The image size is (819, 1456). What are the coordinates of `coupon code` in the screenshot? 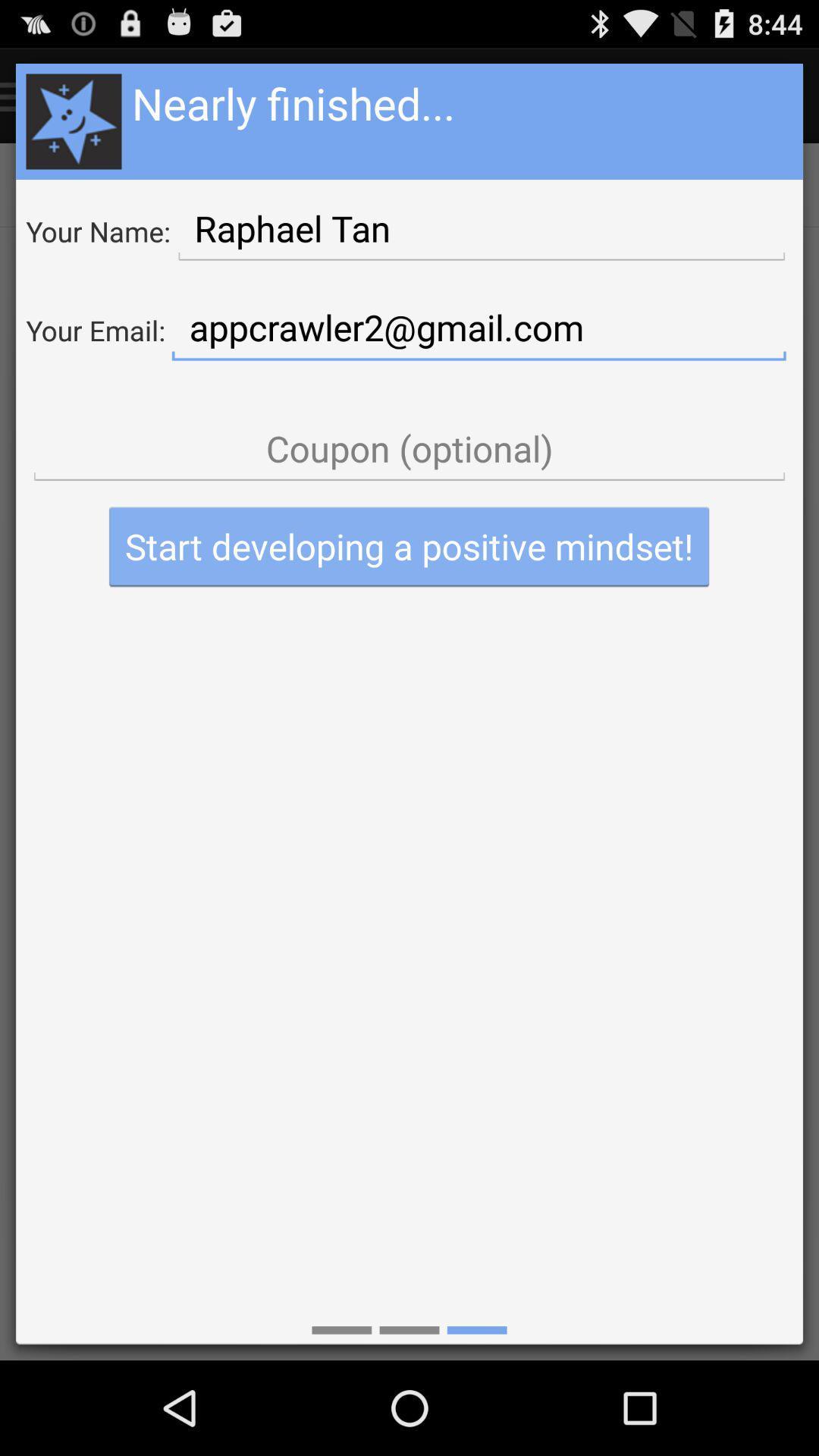 It's located at (409, 448).